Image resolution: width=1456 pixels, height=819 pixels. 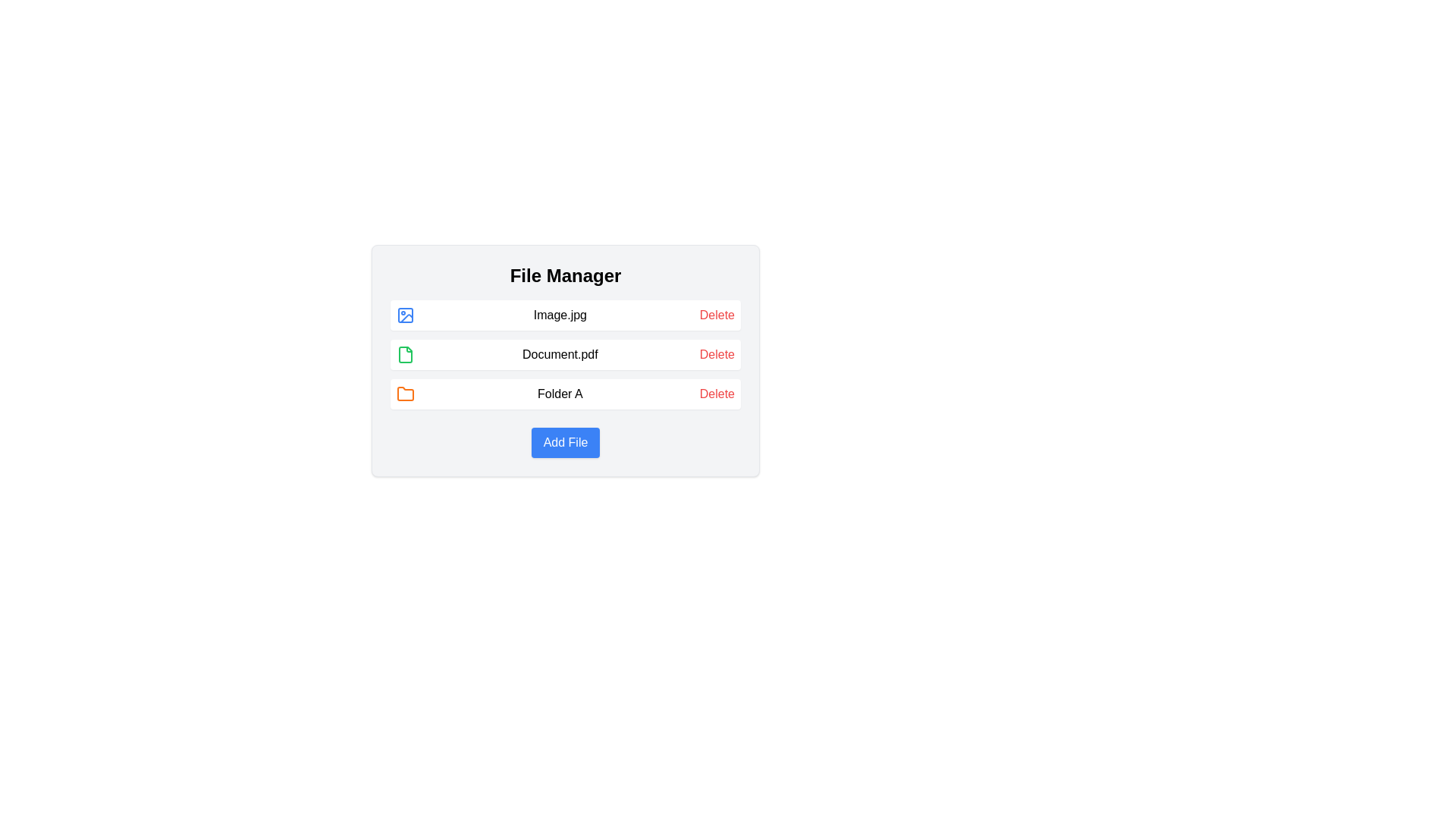 I want to click on the 'Delete' button associated with 'Folder A', so click(x=716, y=394).